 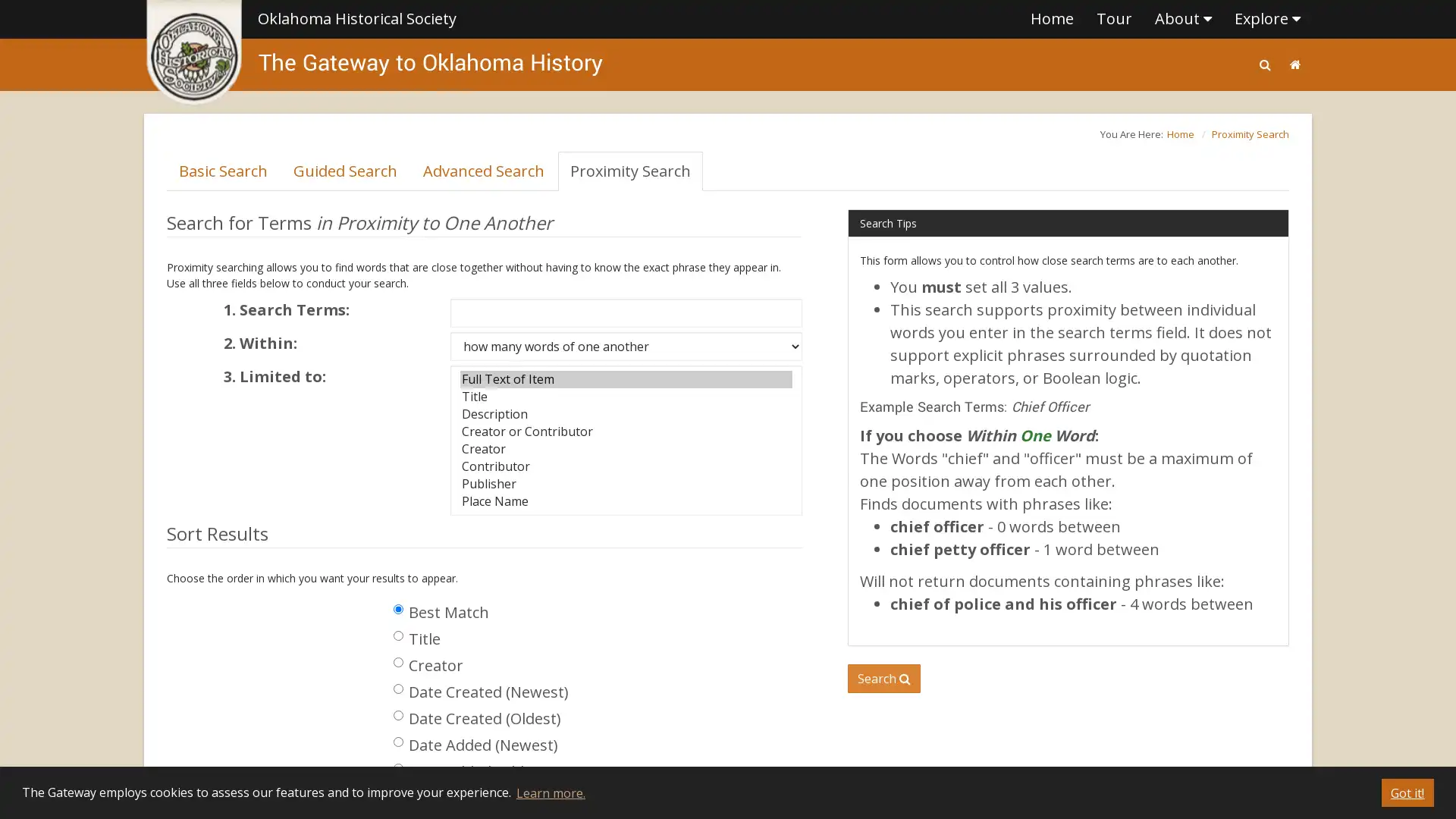 I want to click on dismiss cookie message, so click(x=1407, y=792).